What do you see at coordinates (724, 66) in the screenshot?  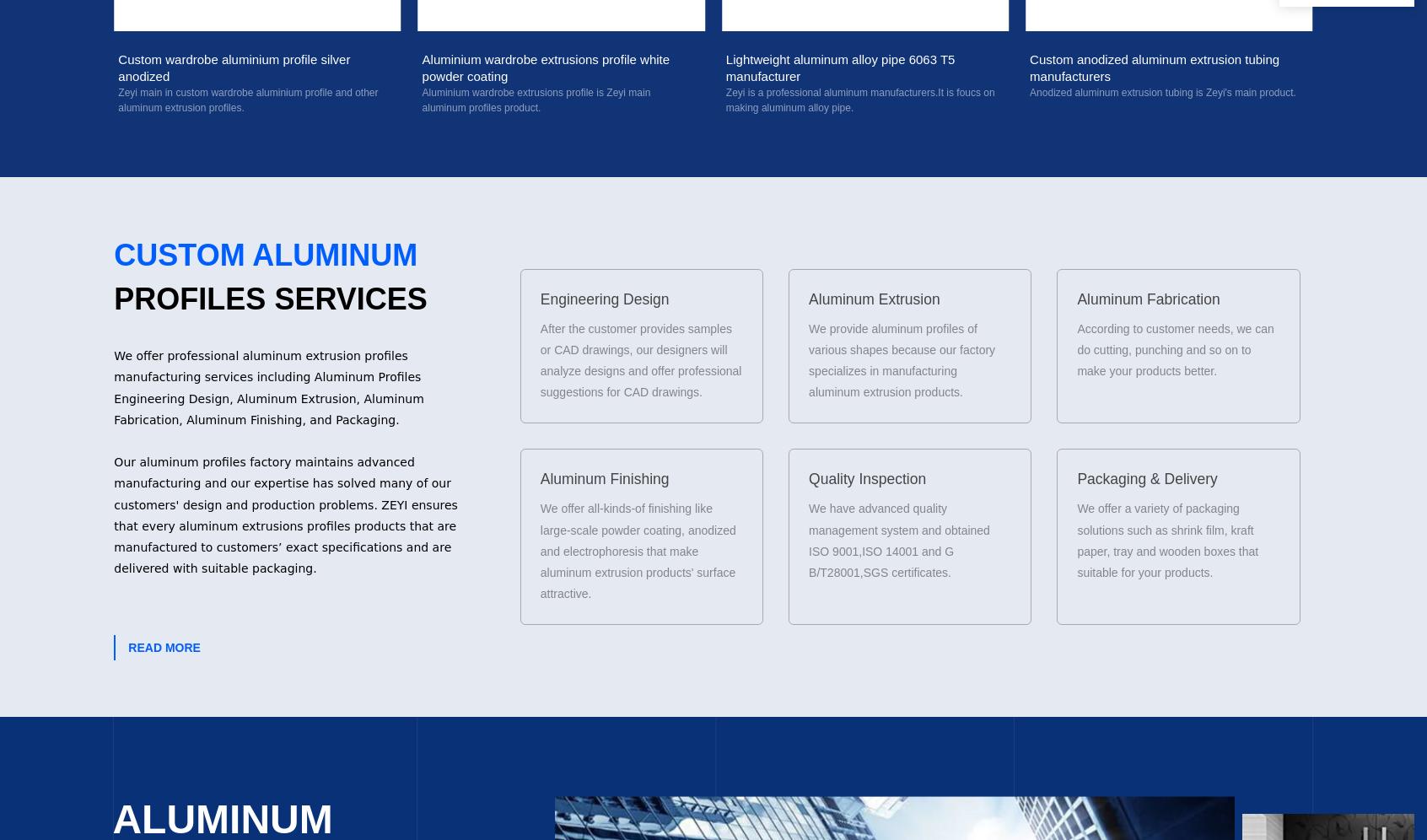 I see `'Custom anodized aluminum extrusion tubing manufacturers'` at bounding box center [724, 66].